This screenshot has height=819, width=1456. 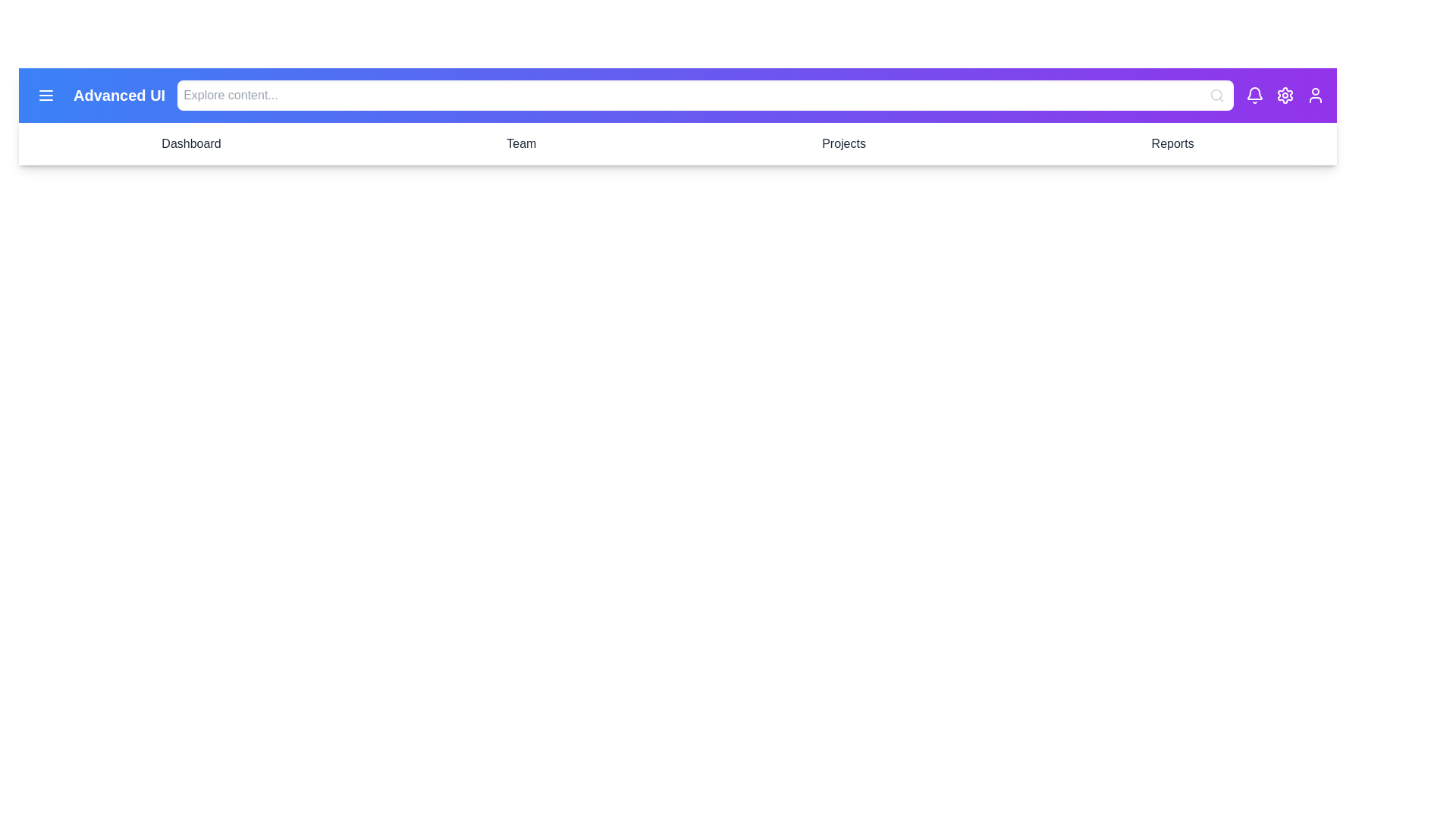 What do you see at coordinates (190, 143) in the screenshot?
I see `the Dashboard tab to navigate to the corresponding section` at bounding box center [190, 143].